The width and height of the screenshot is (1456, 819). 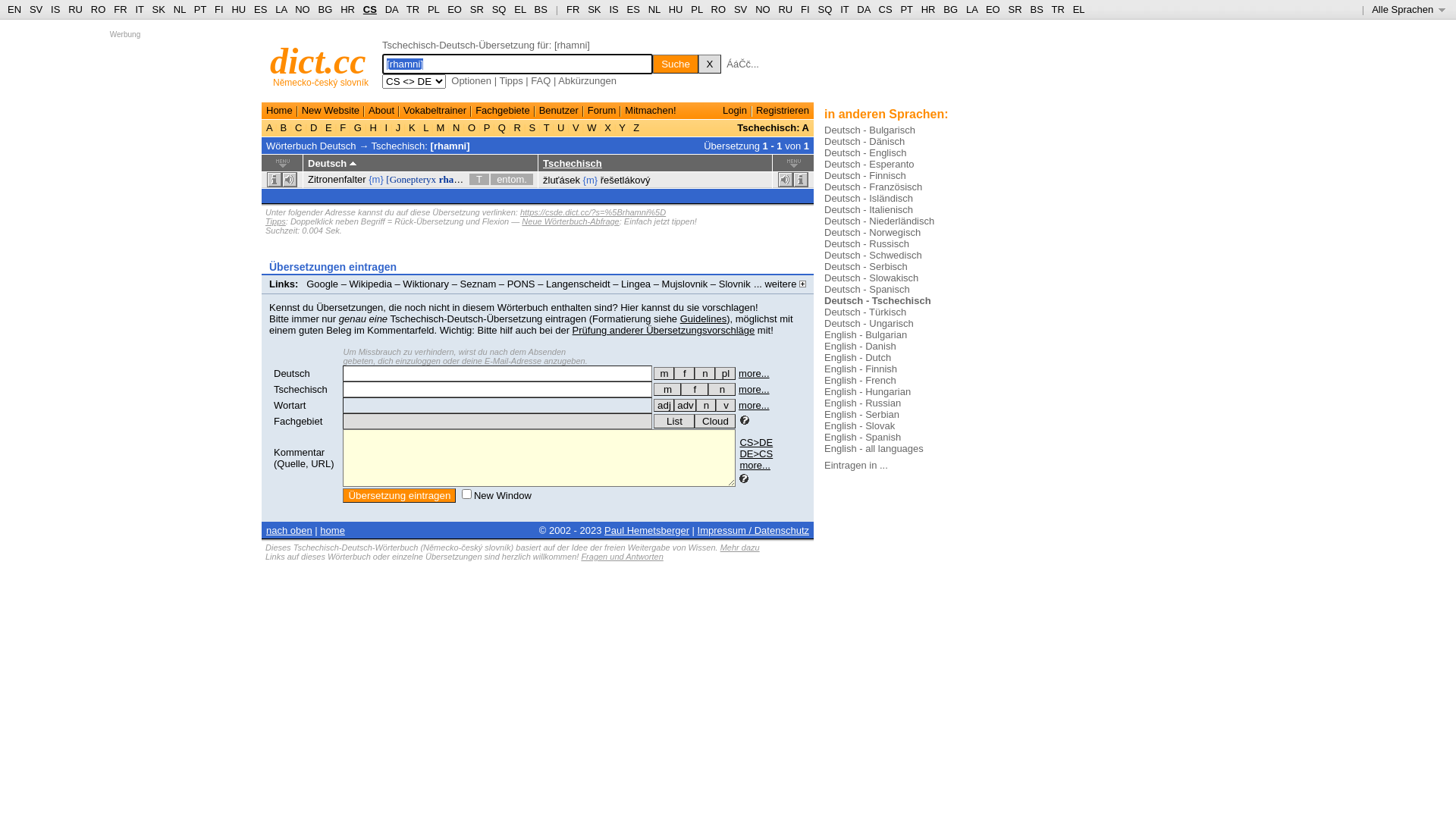 What do you see at coordinates (865, 174) in the screenshot?
I see `'Deutsch - Finnisch'` at bounding box center [865, 174].